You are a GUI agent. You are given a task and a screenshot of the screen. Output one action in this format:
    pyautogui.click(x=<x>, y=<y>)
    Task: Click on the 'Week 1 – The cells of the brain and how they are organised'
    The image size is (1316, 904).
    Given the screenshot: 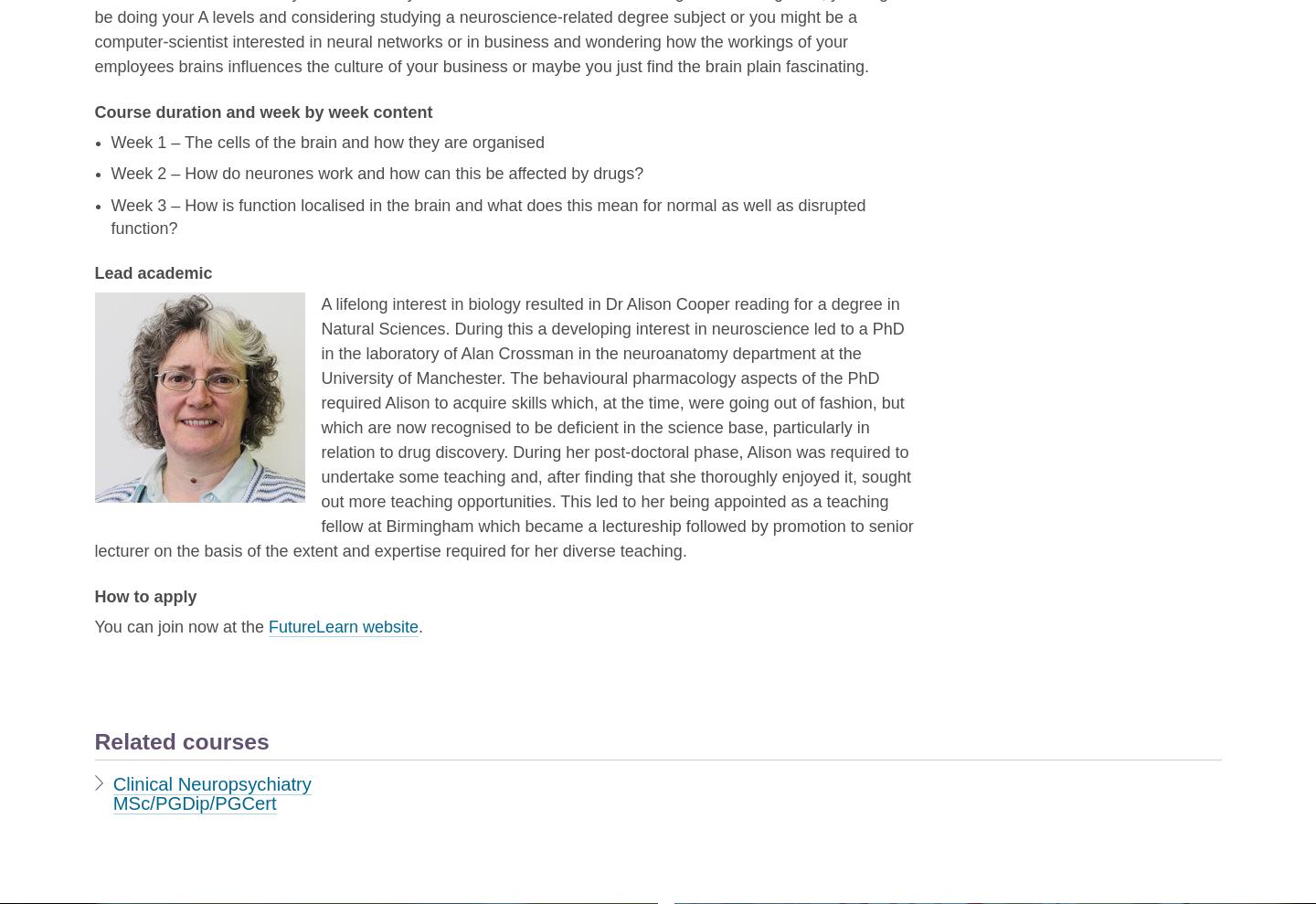 What is the action you would take?
    pyautogui.click(x=327, y=141)
    